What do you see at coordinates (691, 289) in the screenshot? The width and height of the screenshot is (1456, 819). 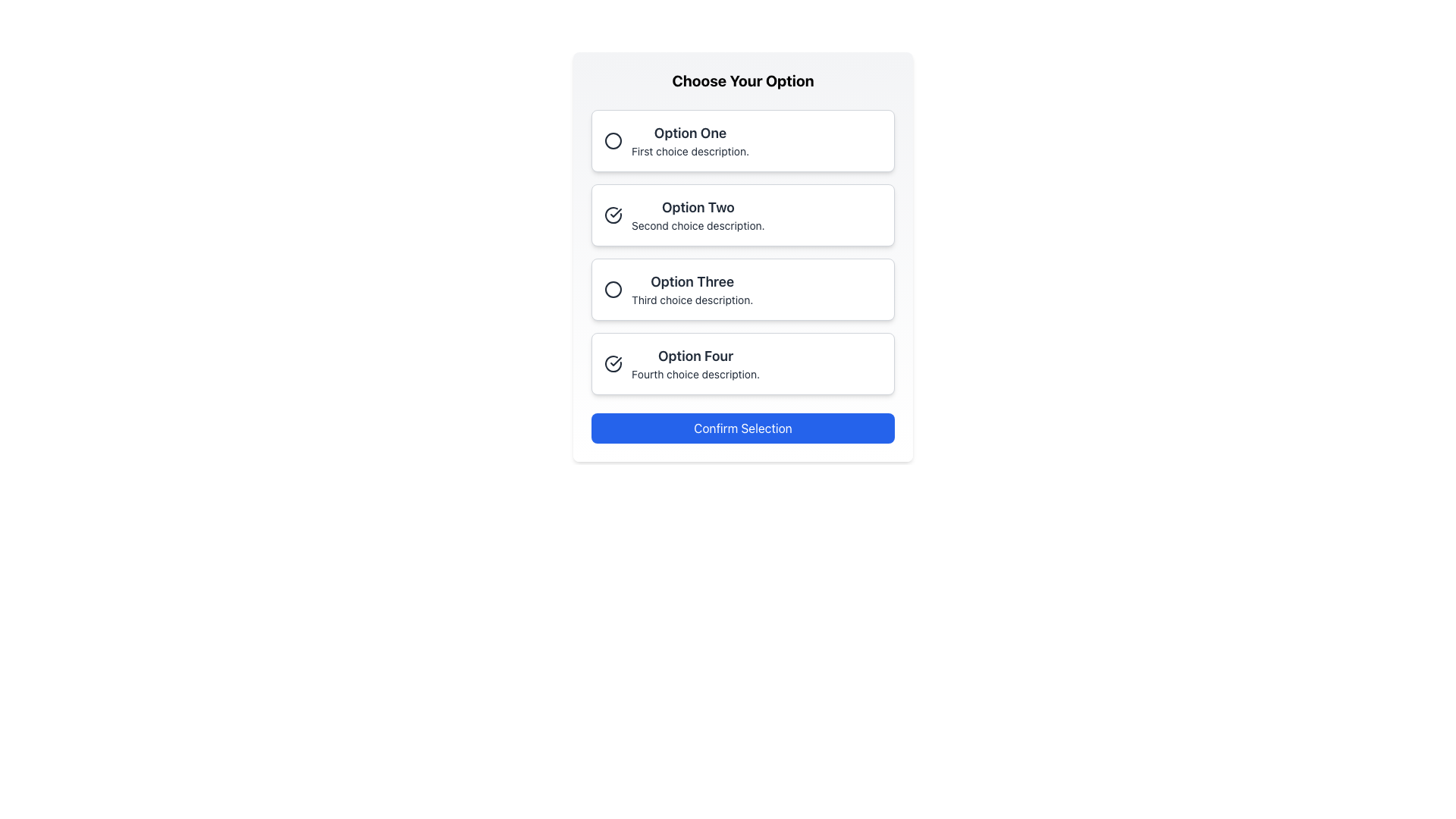 I see `the 'Option Three' element, which includes the title 'Option Three' and the description 'Third choice description', located in the third position of the selectable options under 'Choose Your Option'` at bounding box center [691, 289].